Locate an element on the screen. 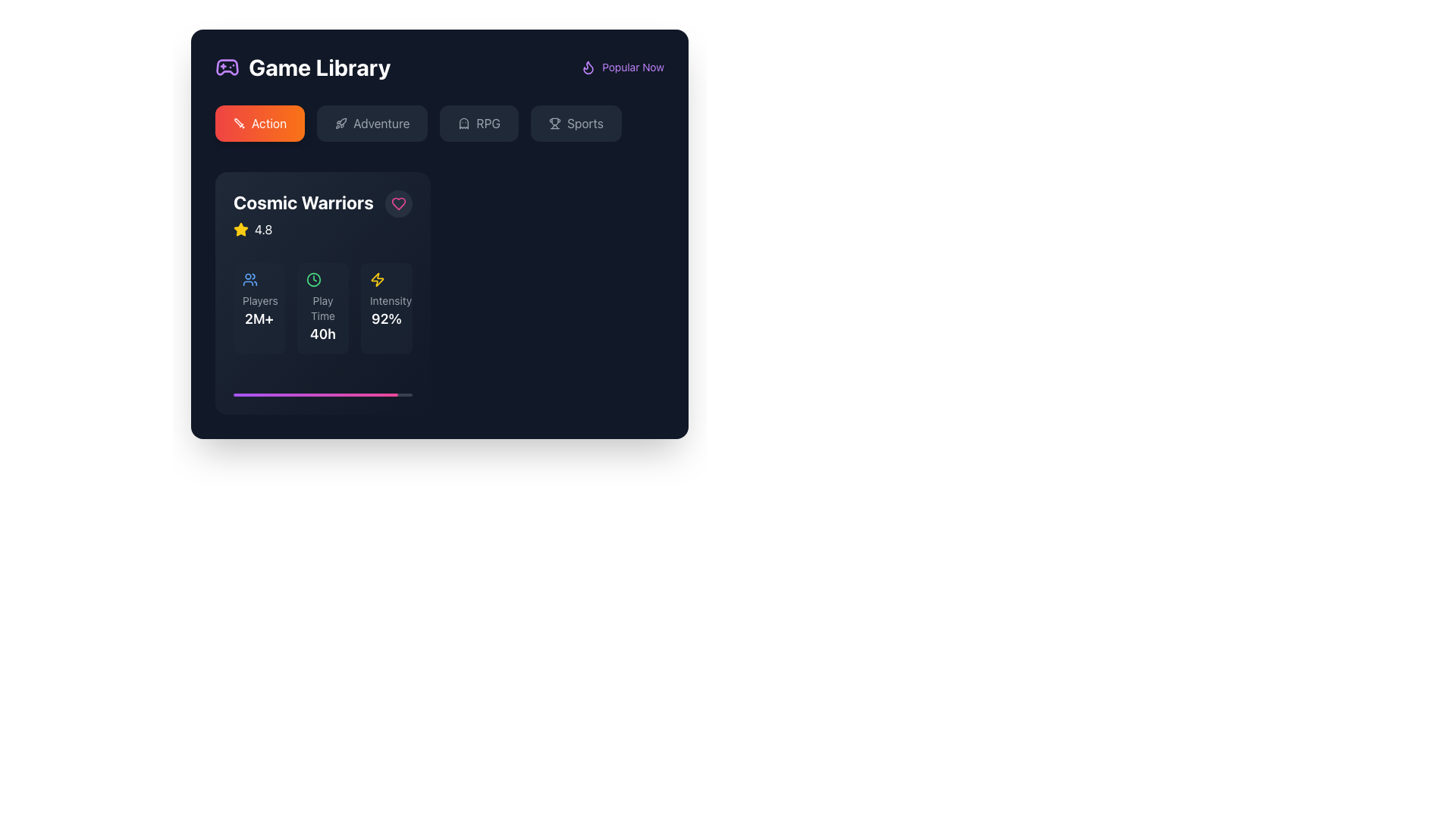 The width and height of the screenshot is (1456, 819). the static text label displaying '2M+' which is prominently shown in a bold white font, indicating a significant number of players, located beneath the title 'Cosmic Warriors' is located at coordinates (259, 318).